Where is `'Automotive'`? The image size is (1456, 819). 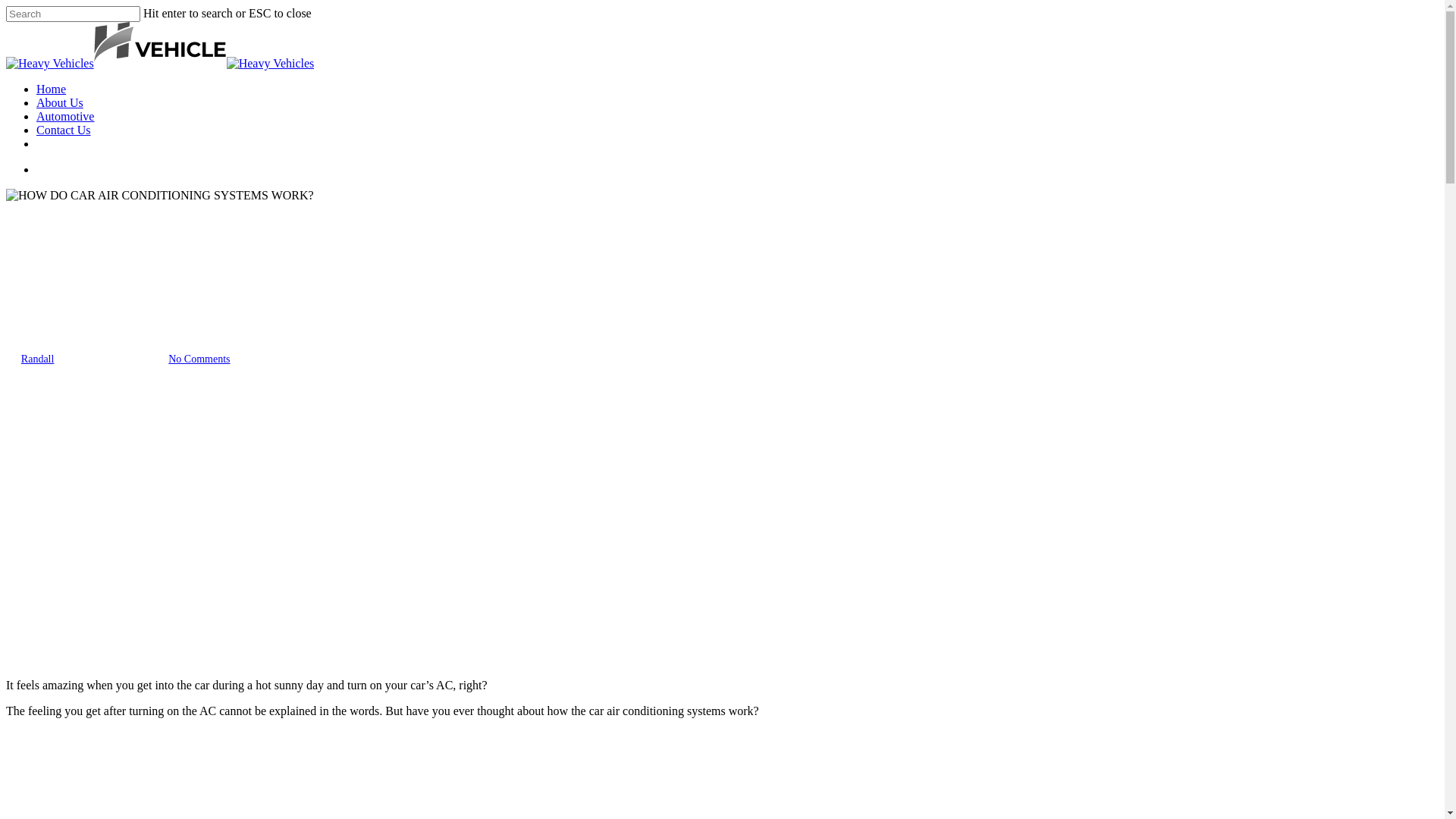
'Automotive' is located at coordinates (35, 286).